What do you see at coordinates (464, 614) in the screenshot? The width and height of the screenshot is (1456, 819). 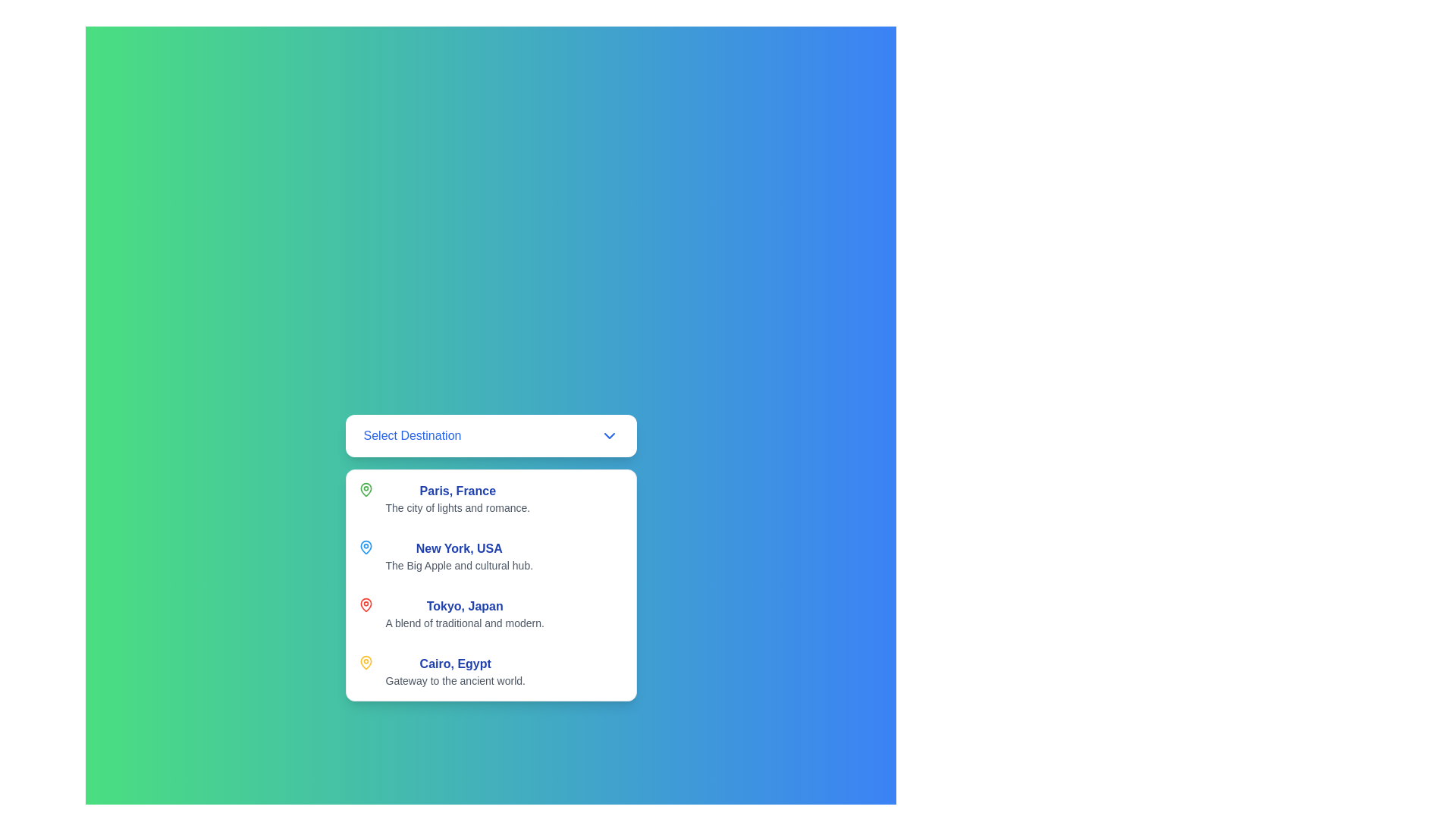 I see `the list item displaying 'Tokyo, Japan'` at bounding box center [464, 614].